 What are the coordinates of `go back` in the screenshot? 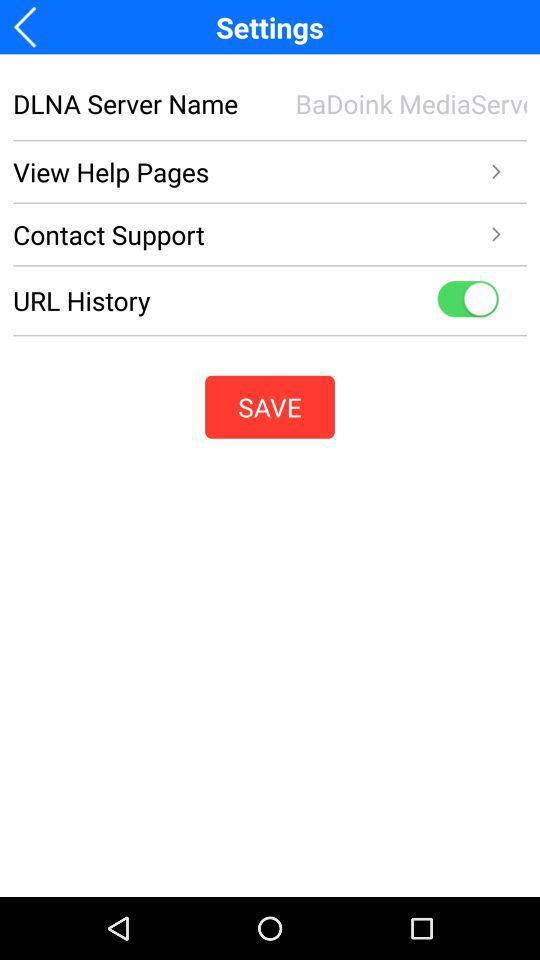 It's located at (30, 26).